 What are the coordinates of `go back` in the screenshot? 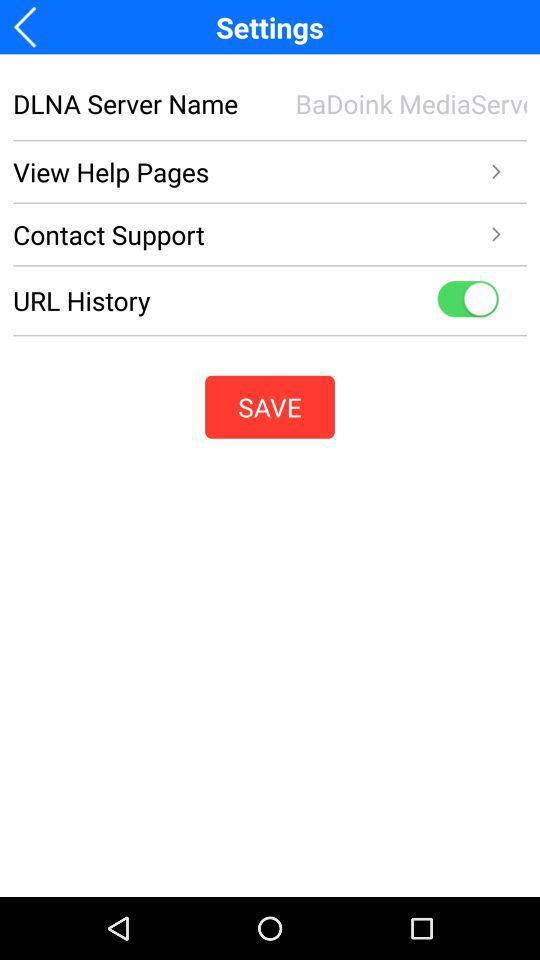 It's located at (30, 26).